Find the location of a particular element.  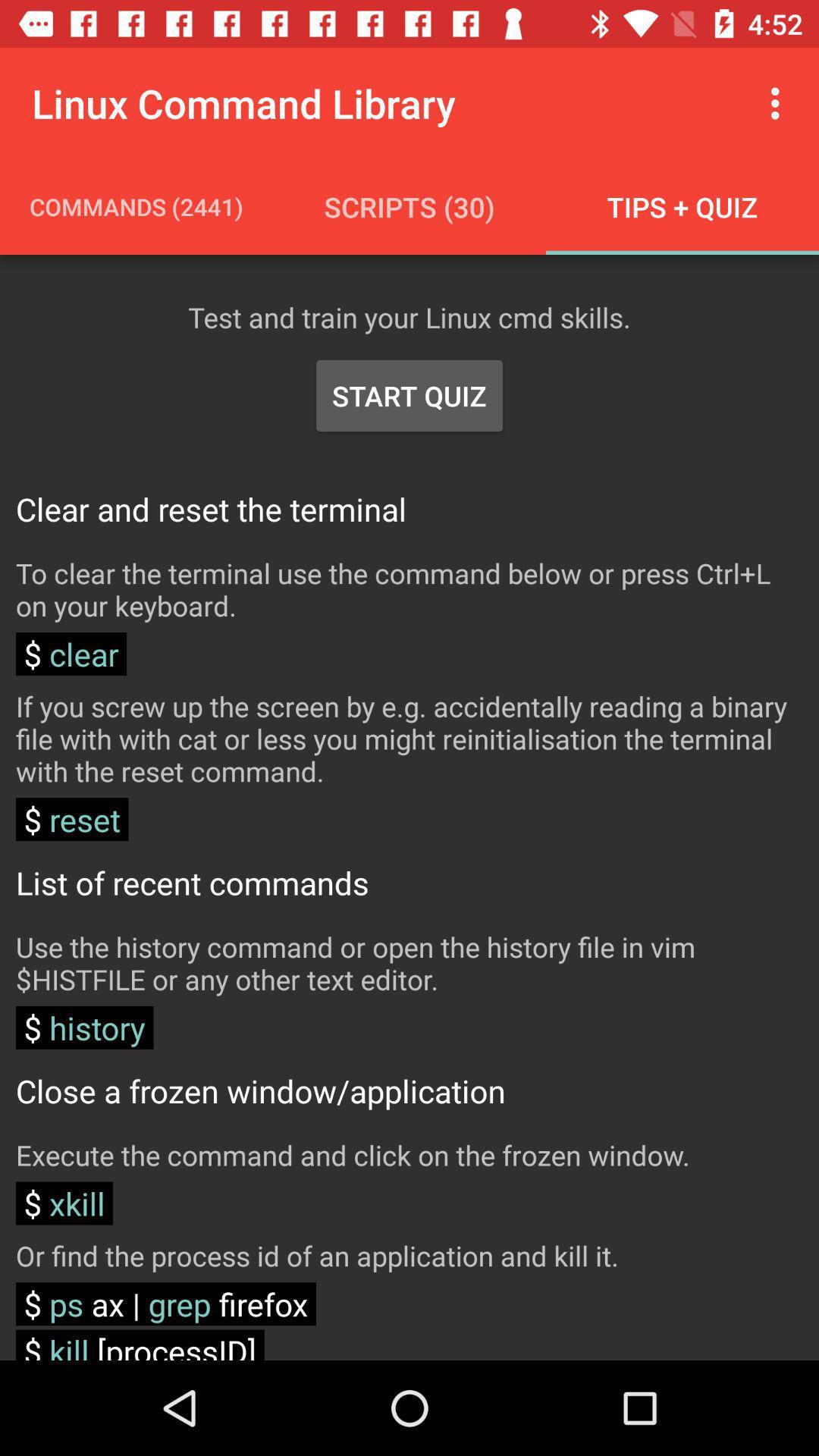

ps ax grep item is located at coordinates (166, 1303).